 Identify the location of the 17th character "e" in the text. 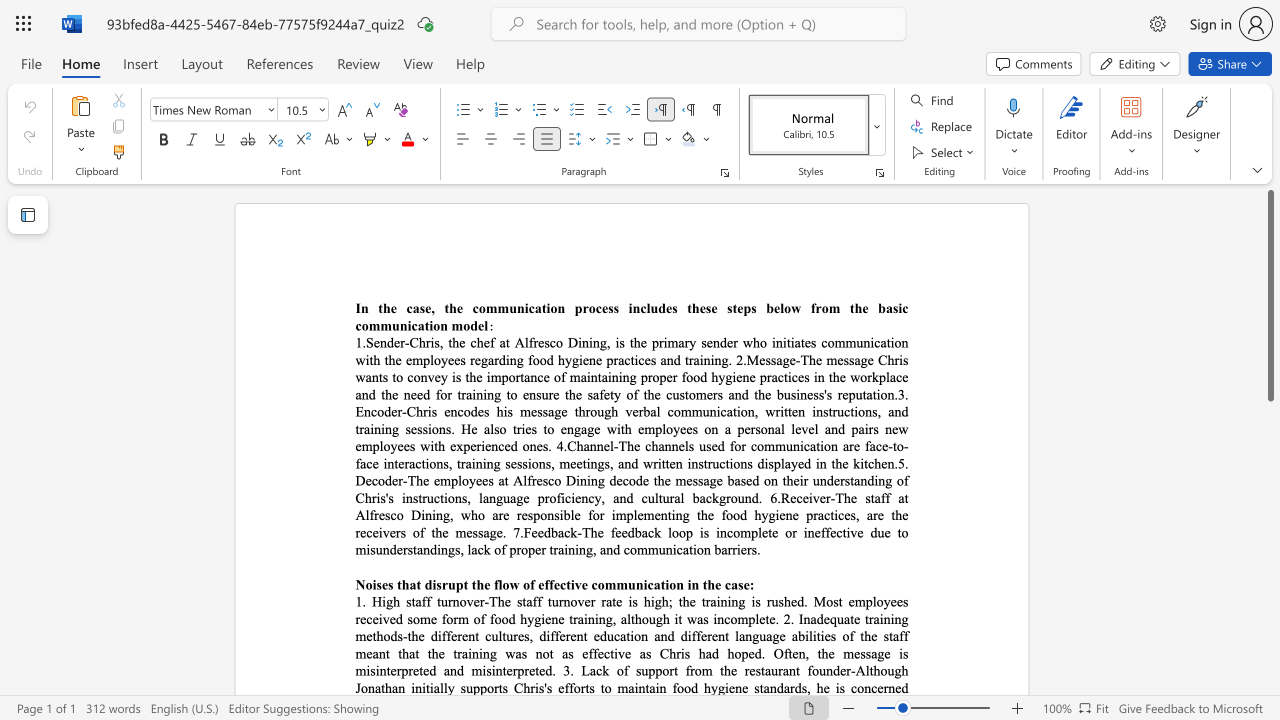
(599, 531).